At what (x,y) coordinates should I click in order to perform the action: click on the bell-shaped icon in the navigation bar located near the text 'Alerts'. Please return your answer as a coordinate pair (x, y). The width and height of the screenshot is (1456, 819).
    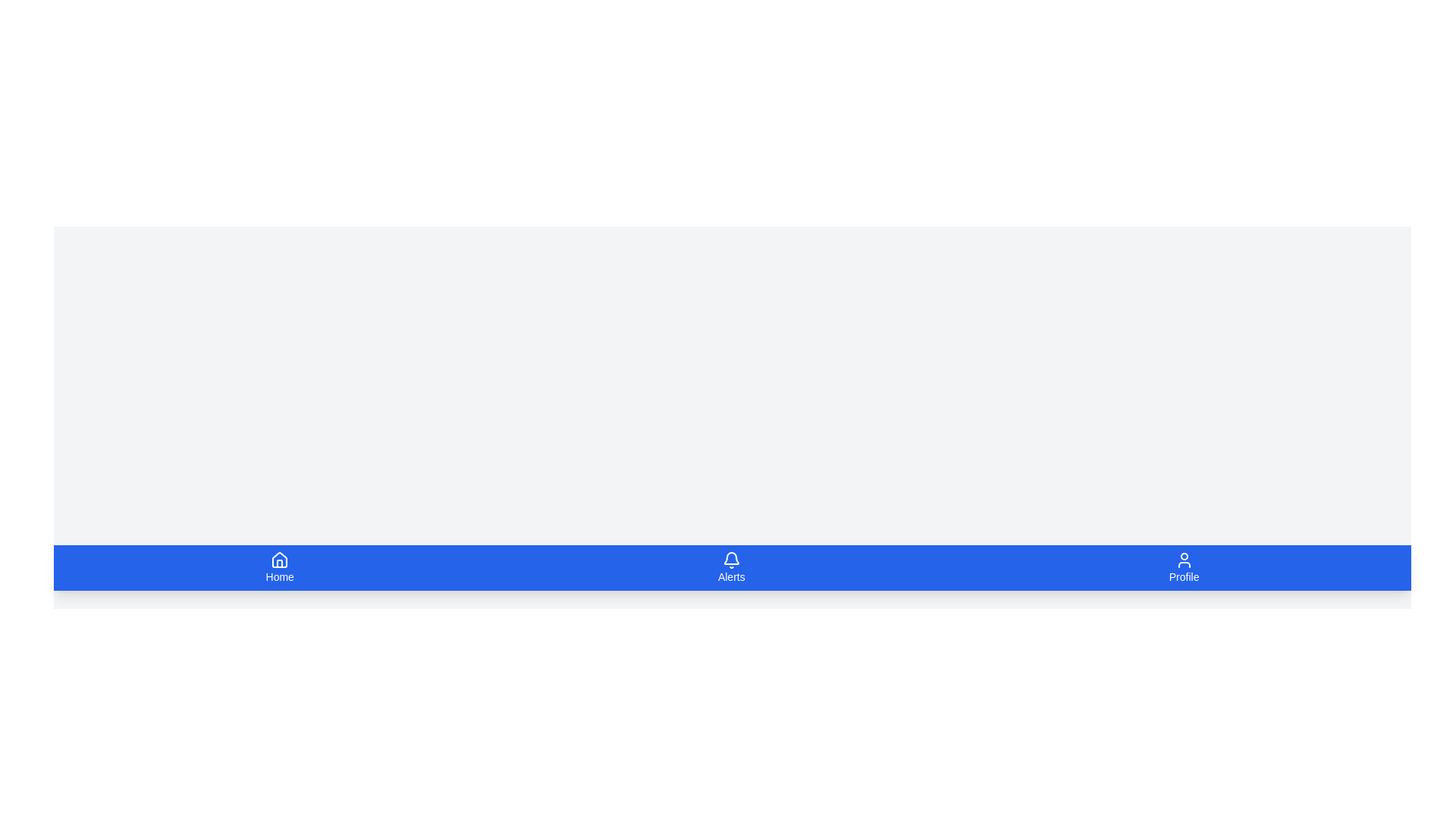
    Looking at the image, I should click on (731, 560).